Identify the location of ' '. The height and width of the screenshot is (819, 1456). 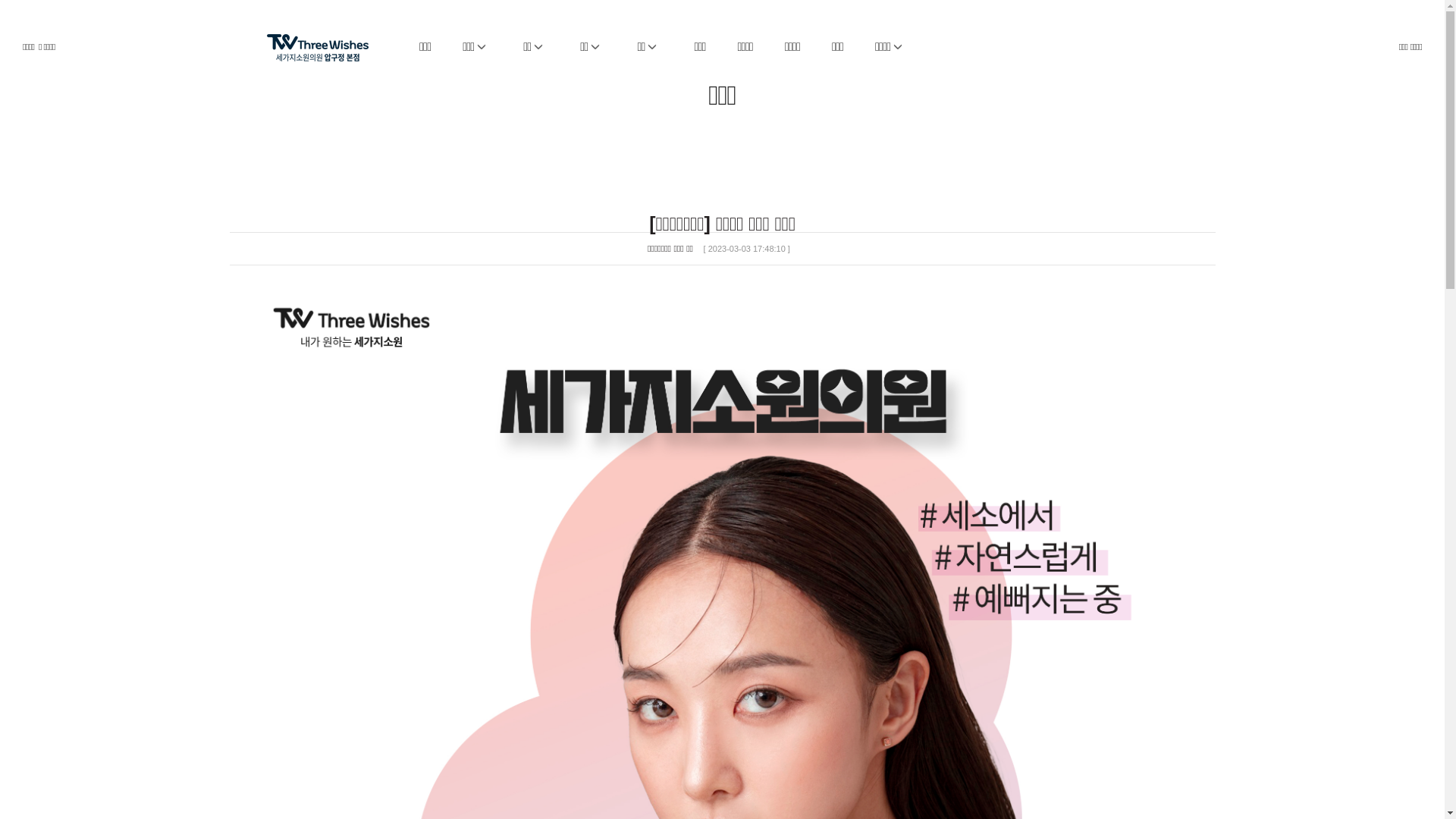
(331, 38).